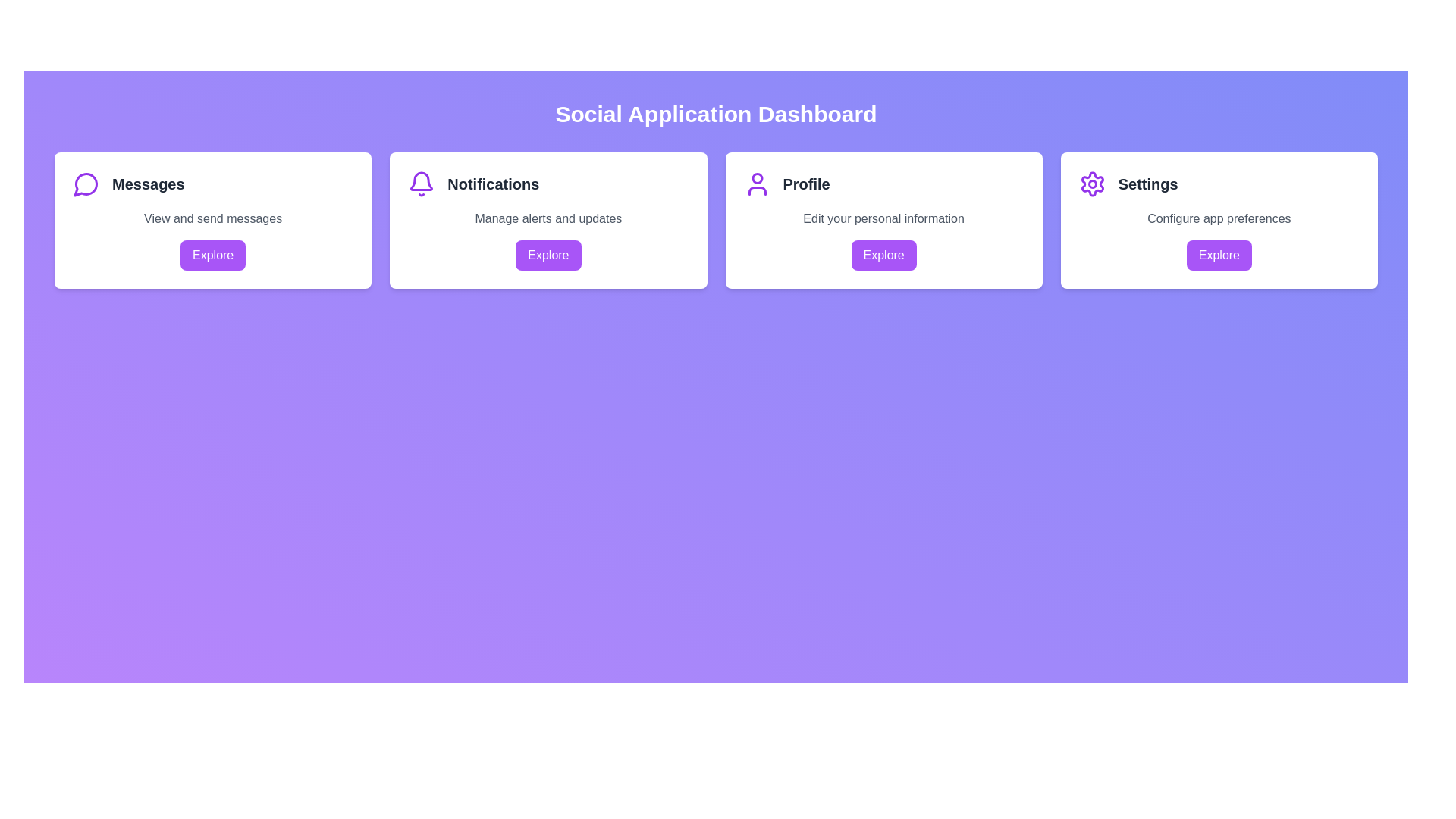 The image size is (1456, 819). Describe the element at coordinates (1092, 184) in the screenshot. I see `the central decorative SVG circle within the settings icon located on the far right of the dashboard interface` at that location.